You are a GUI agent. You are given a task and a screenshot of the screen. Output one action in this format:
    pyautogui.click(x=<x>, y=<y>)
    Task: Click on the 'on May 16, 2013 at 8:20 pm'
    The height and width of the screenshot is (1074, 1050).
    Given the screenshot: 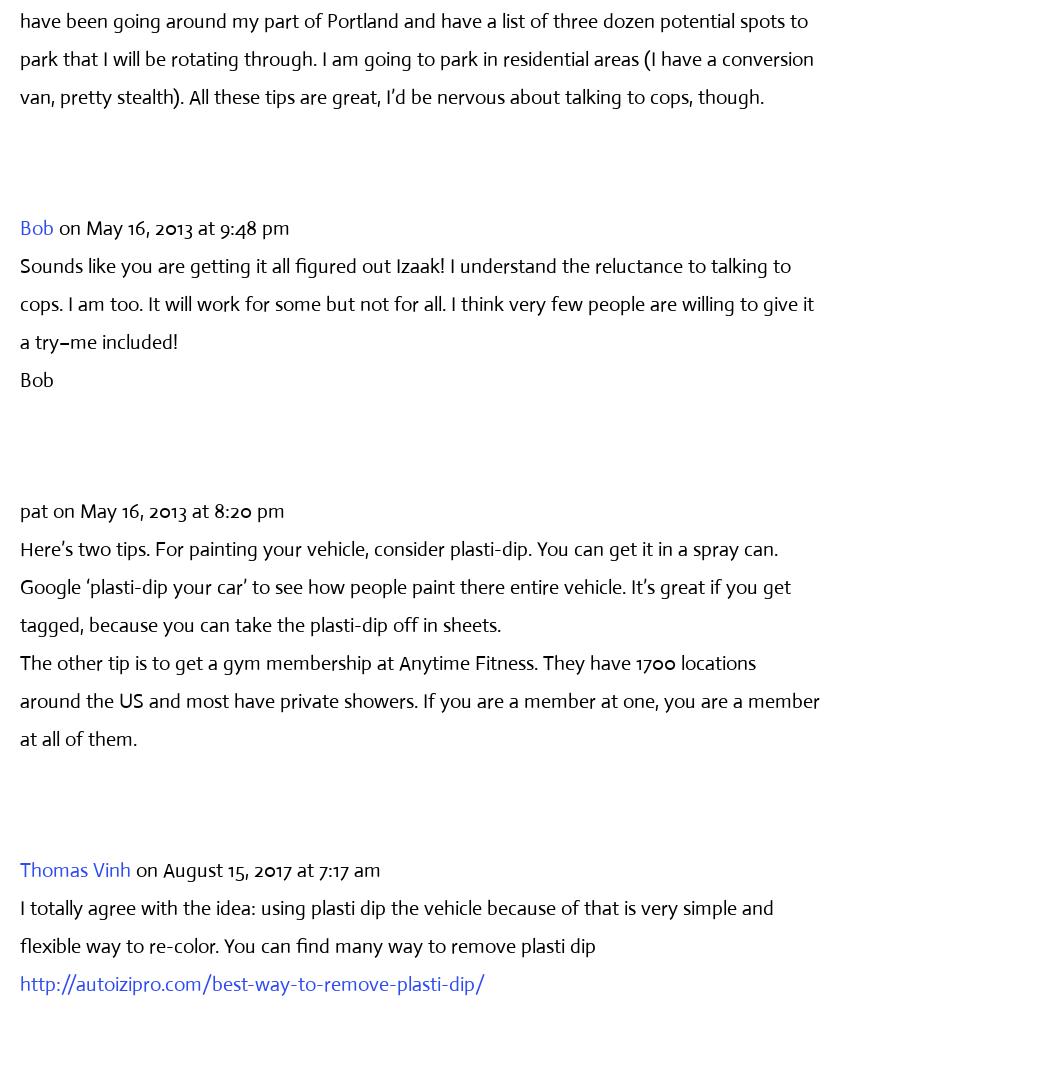 What is the action you would take?
    pyautogui.click(x=169, y=510)
    